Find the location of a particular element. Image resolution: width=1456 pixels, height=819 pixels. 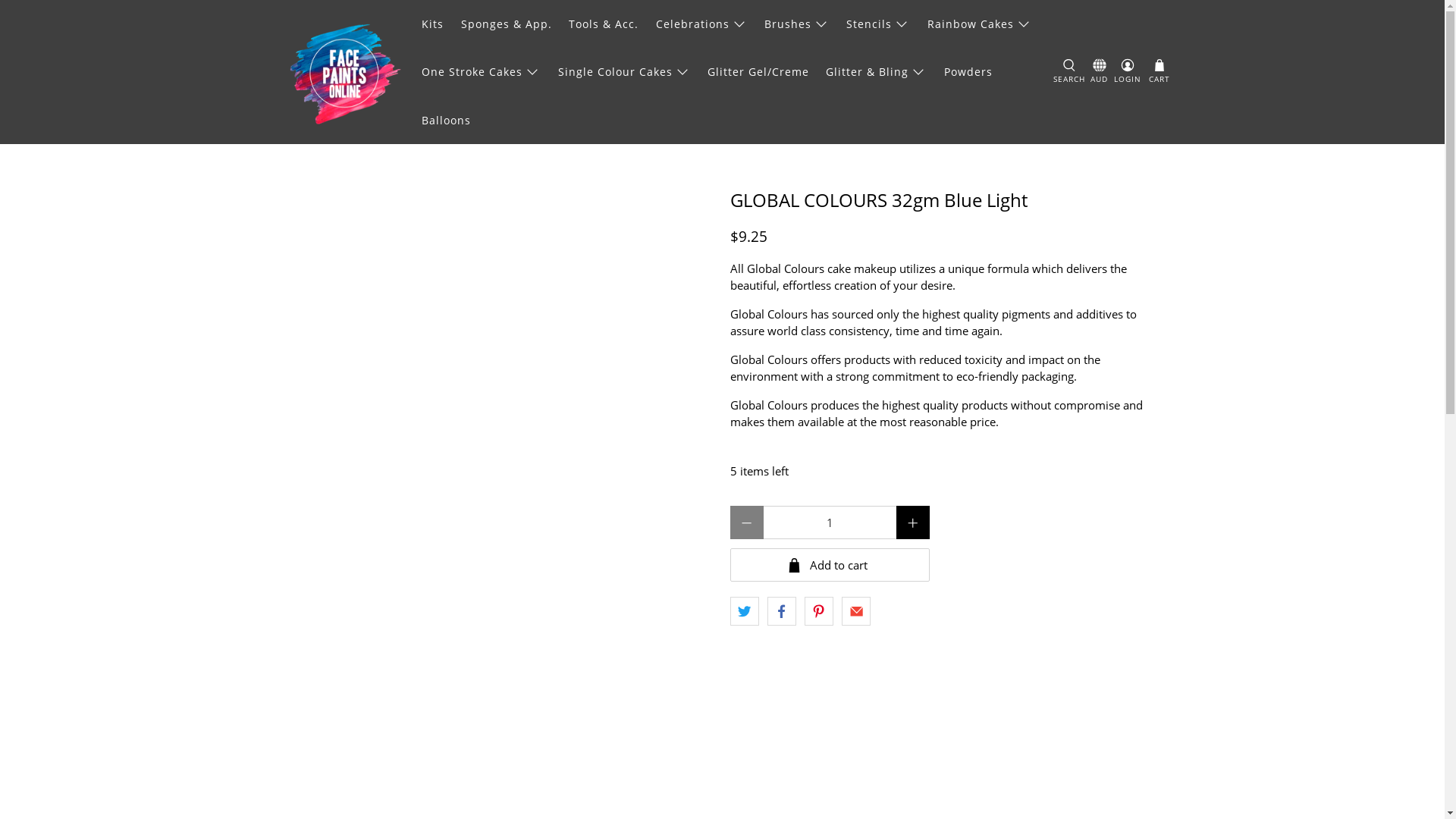

'Stencils' is located at coordinates (877, 24).